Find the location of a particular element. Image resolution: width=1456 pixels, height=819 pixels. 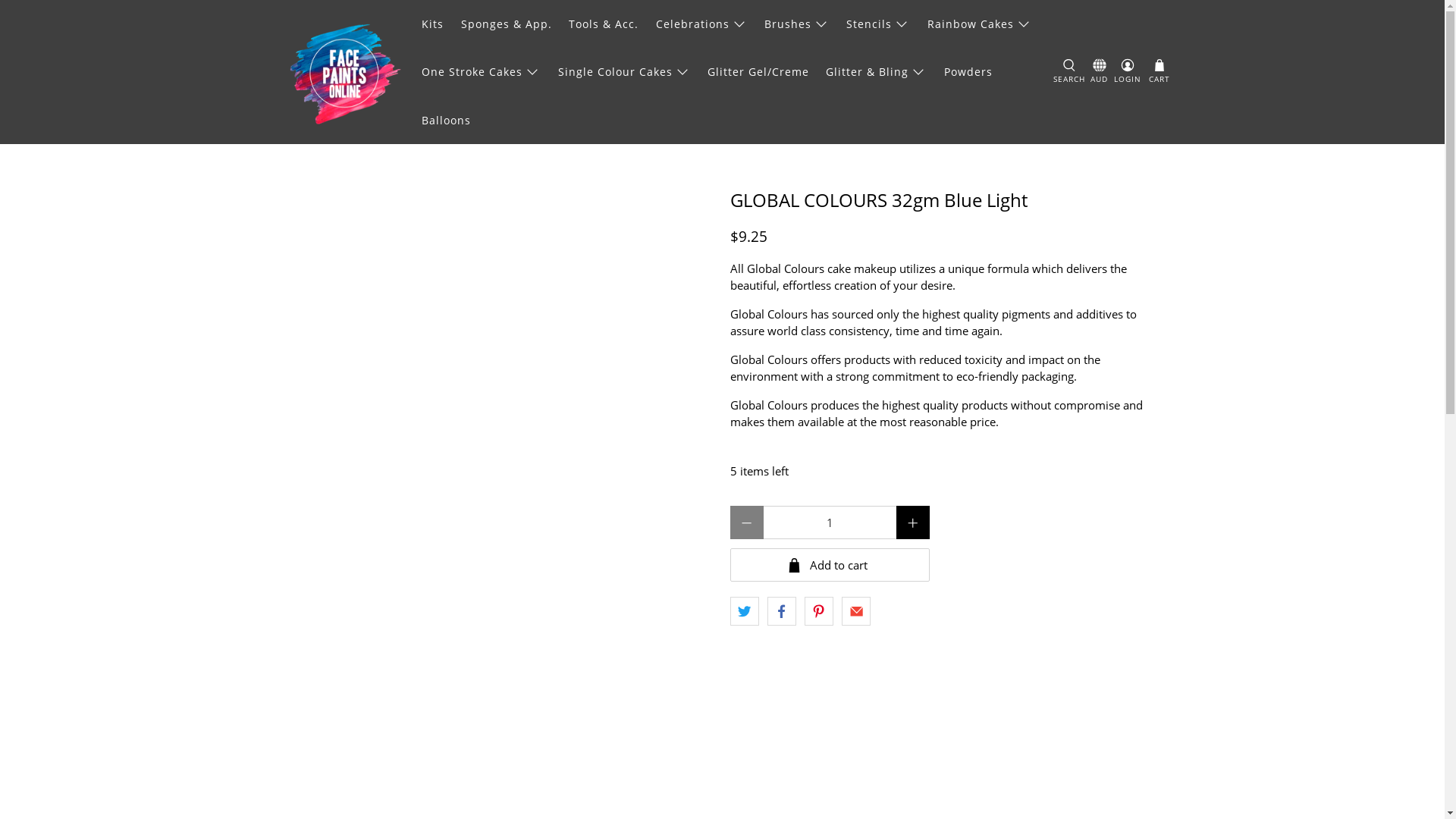

'Stencils' is located at coordinates (877, 24).